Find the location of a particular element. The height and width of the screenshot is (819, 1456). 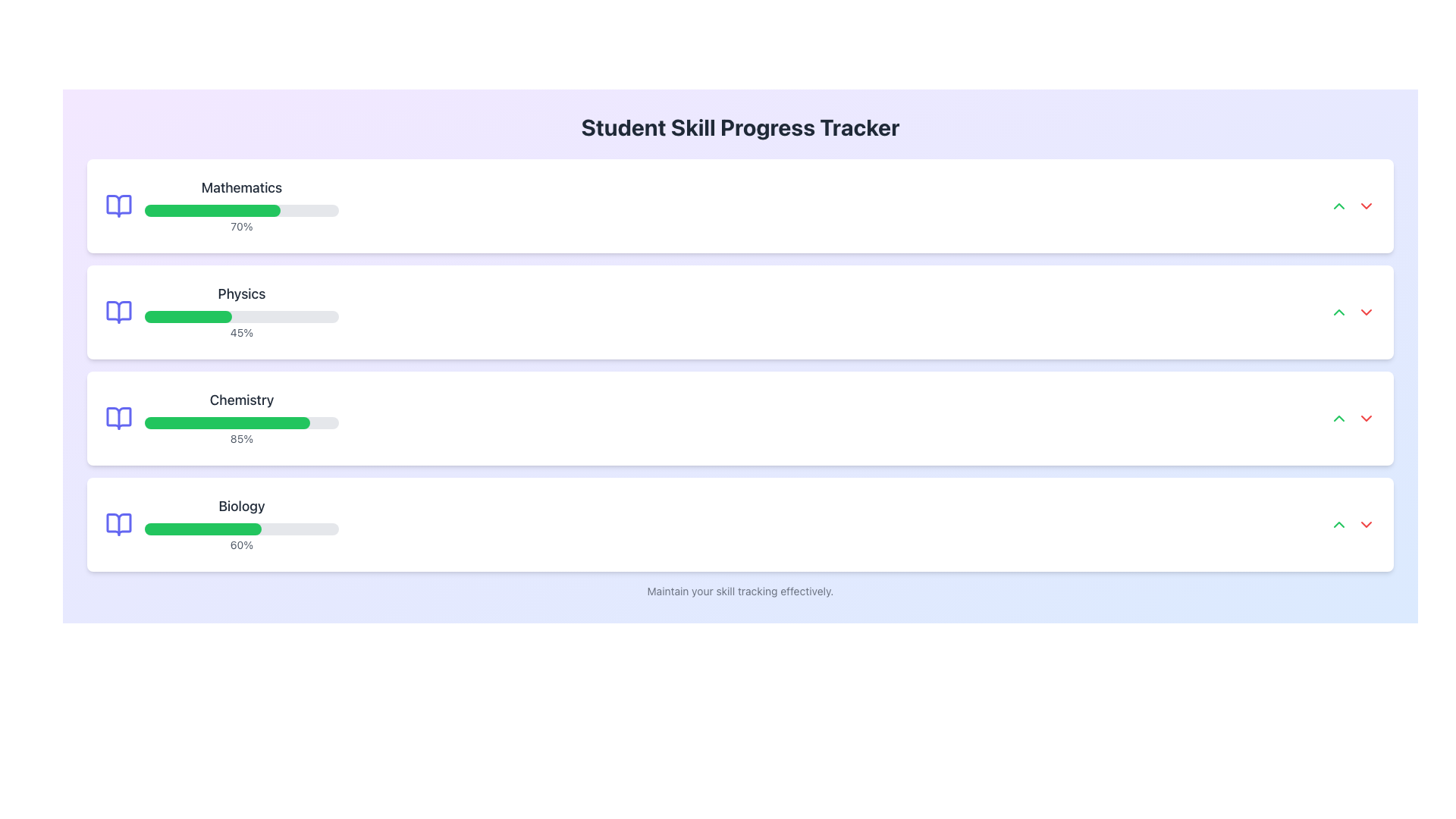

the green upward chevron-shaped icon located in the top-right corner of the 'Mathematics' section group is located at coordinates (1339, 206).